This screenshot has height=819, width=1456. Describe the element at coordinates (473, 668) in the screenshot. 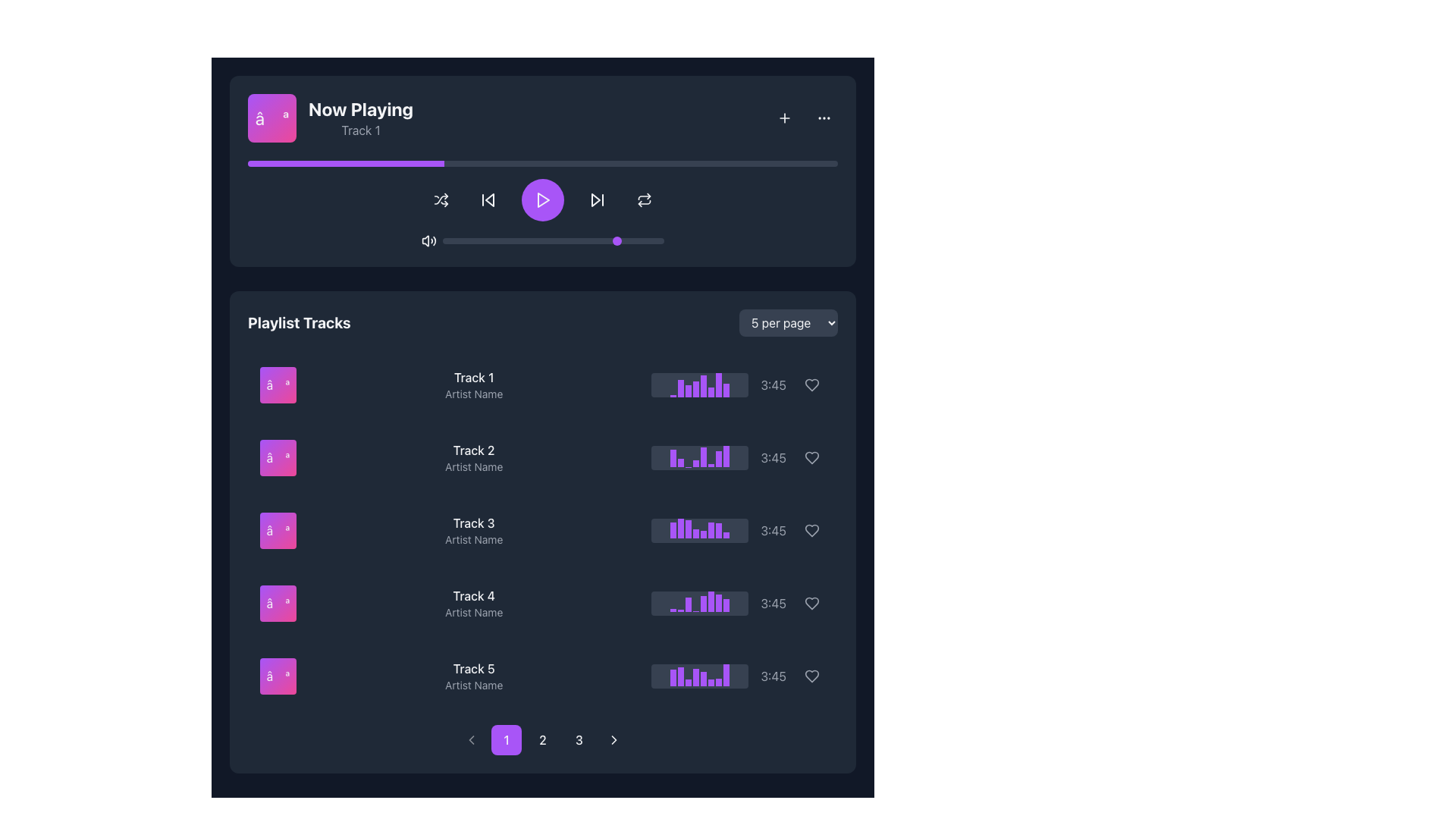

I see `the text label displaying 'Track 5'` at that location.